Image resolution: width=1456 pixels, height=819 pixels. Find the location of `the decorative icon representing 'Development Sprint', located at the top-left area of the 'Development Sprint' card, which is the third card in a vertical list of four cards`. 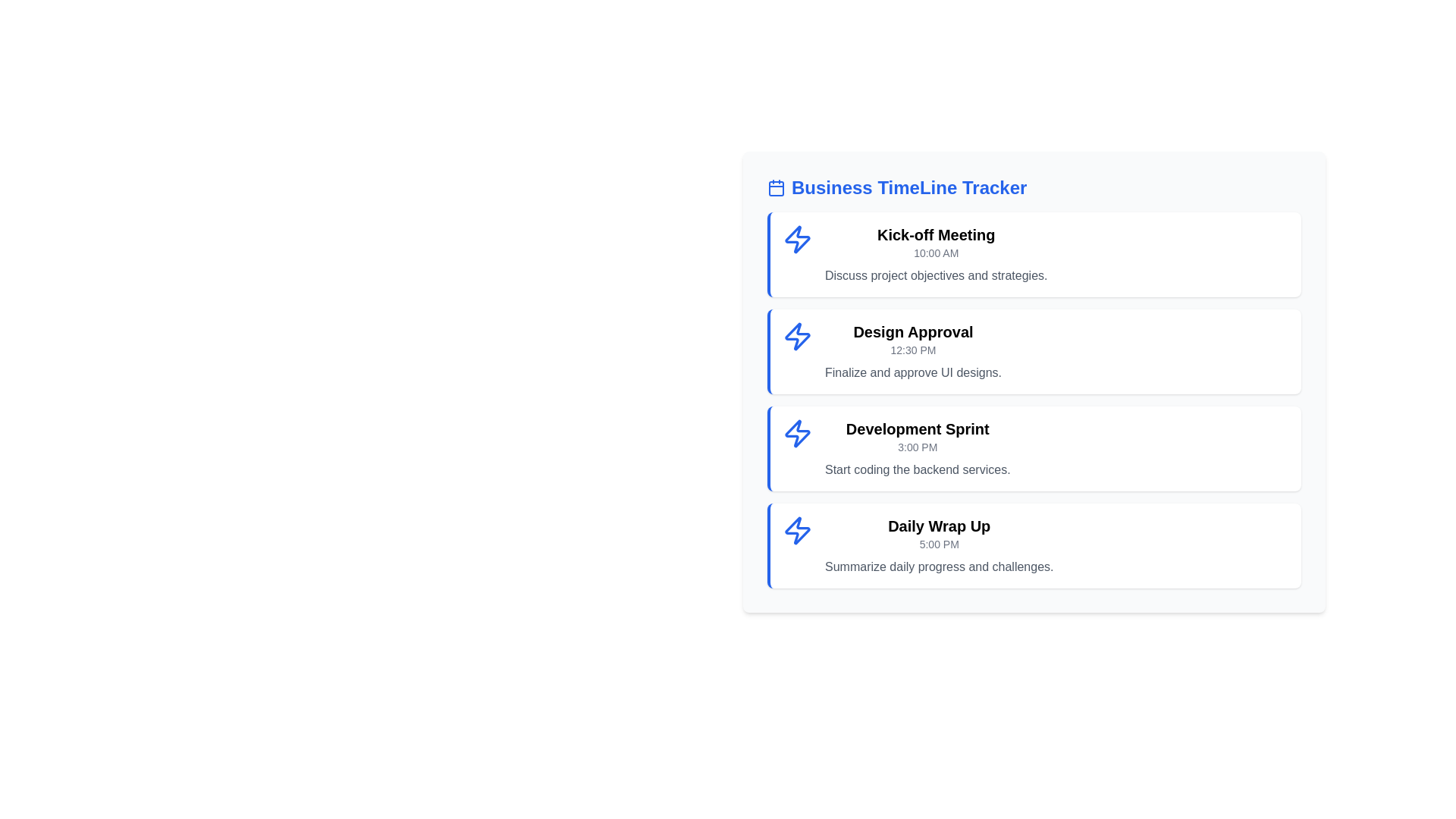

the decorative icon representing 'Development Sprint', located at the top-left area of the 'Development Sprint' card, which is the third card in a vertical list of four cards is located at coordinates (796, 433).